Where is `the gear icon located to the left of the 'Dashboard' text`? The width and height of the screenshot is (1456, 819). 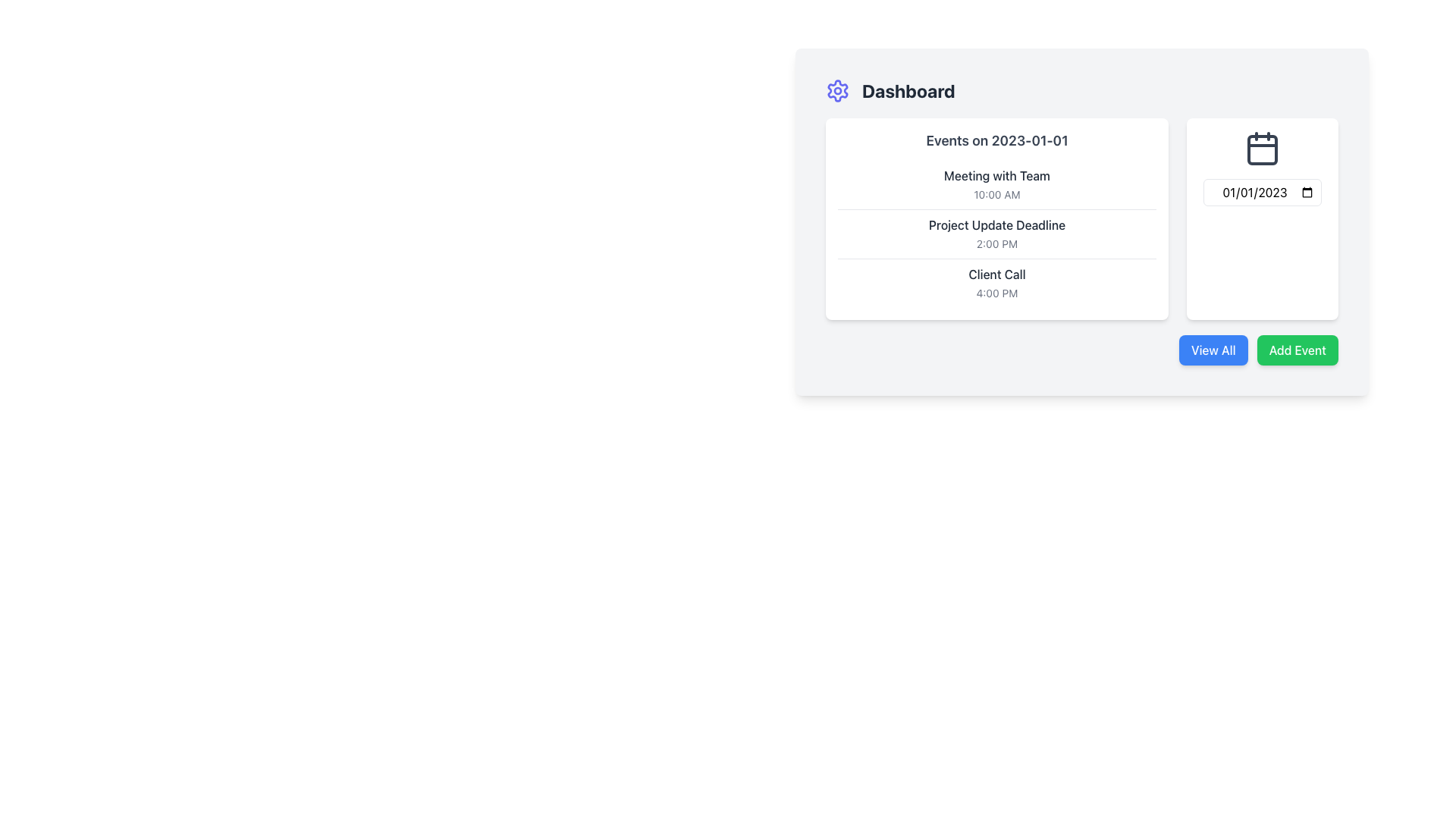
the gear icon located to the left of the 'Dashboard' text is located at coordinates (836, 90).